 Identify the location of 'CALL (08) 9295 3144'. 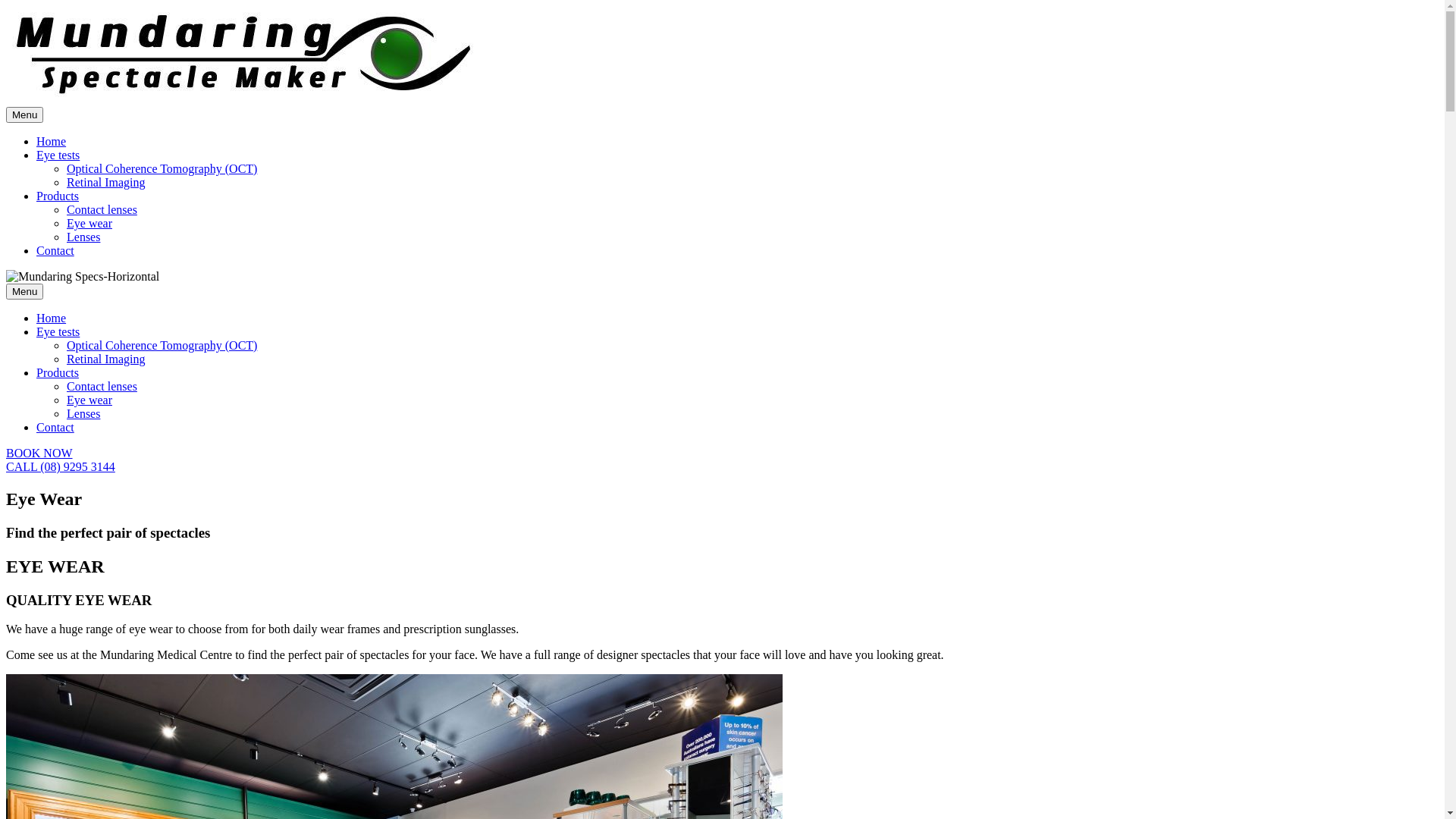
(6, 466).